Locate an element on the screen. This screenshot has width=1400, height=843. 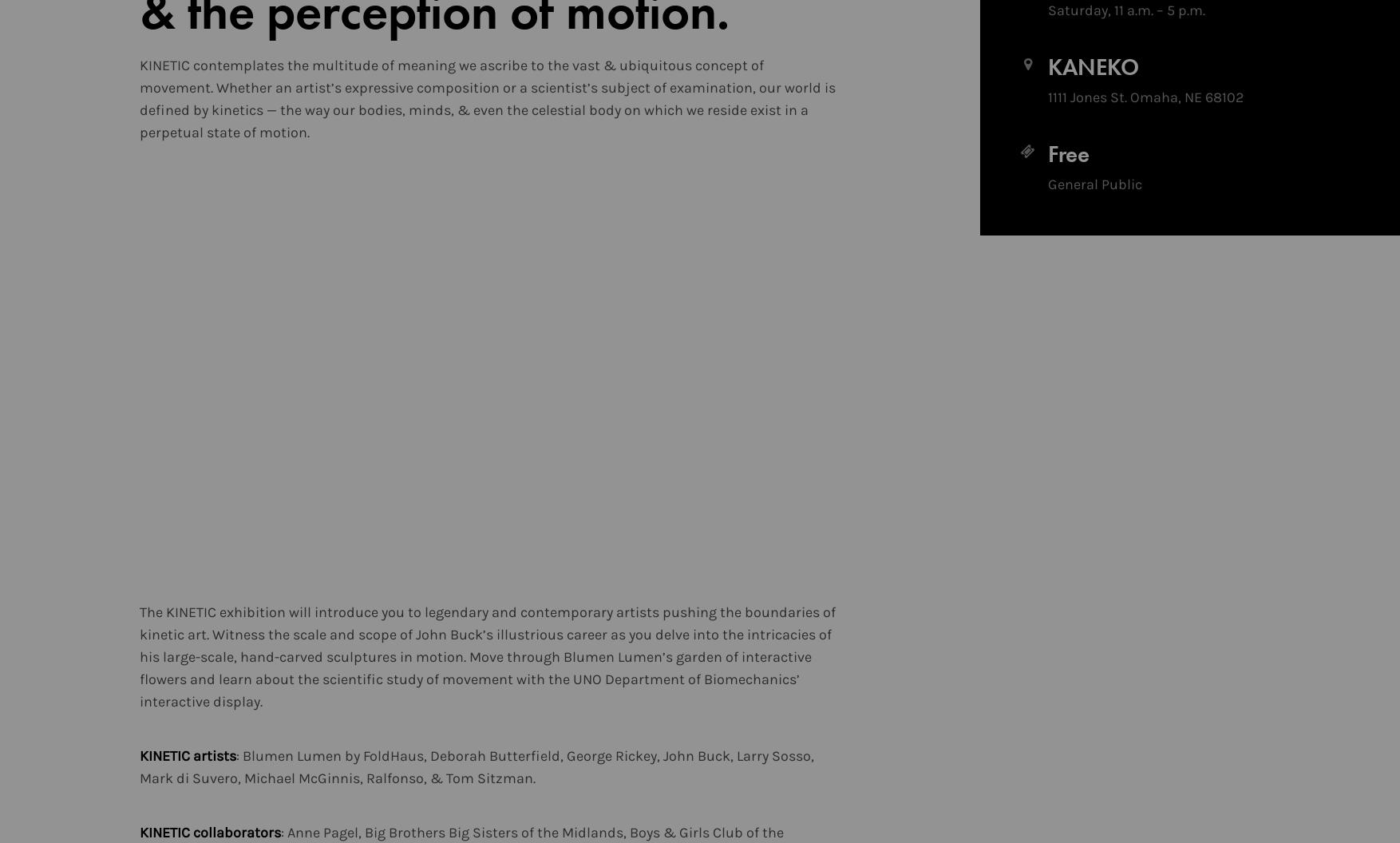
'Education' is located at coordinates (833, 98).